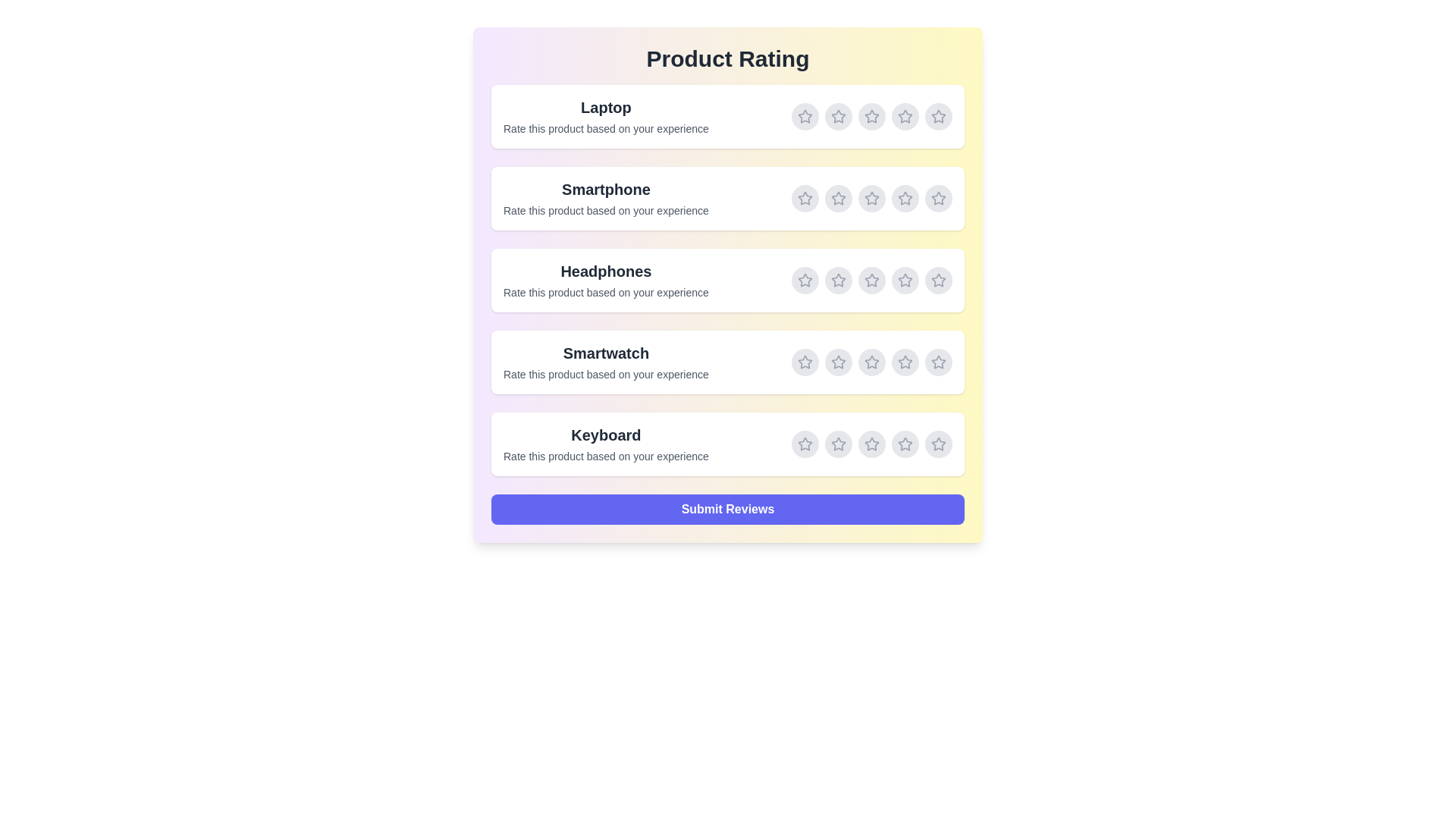  I want to click on the rating for Smartphone to 4 stars, so click(905, 198).